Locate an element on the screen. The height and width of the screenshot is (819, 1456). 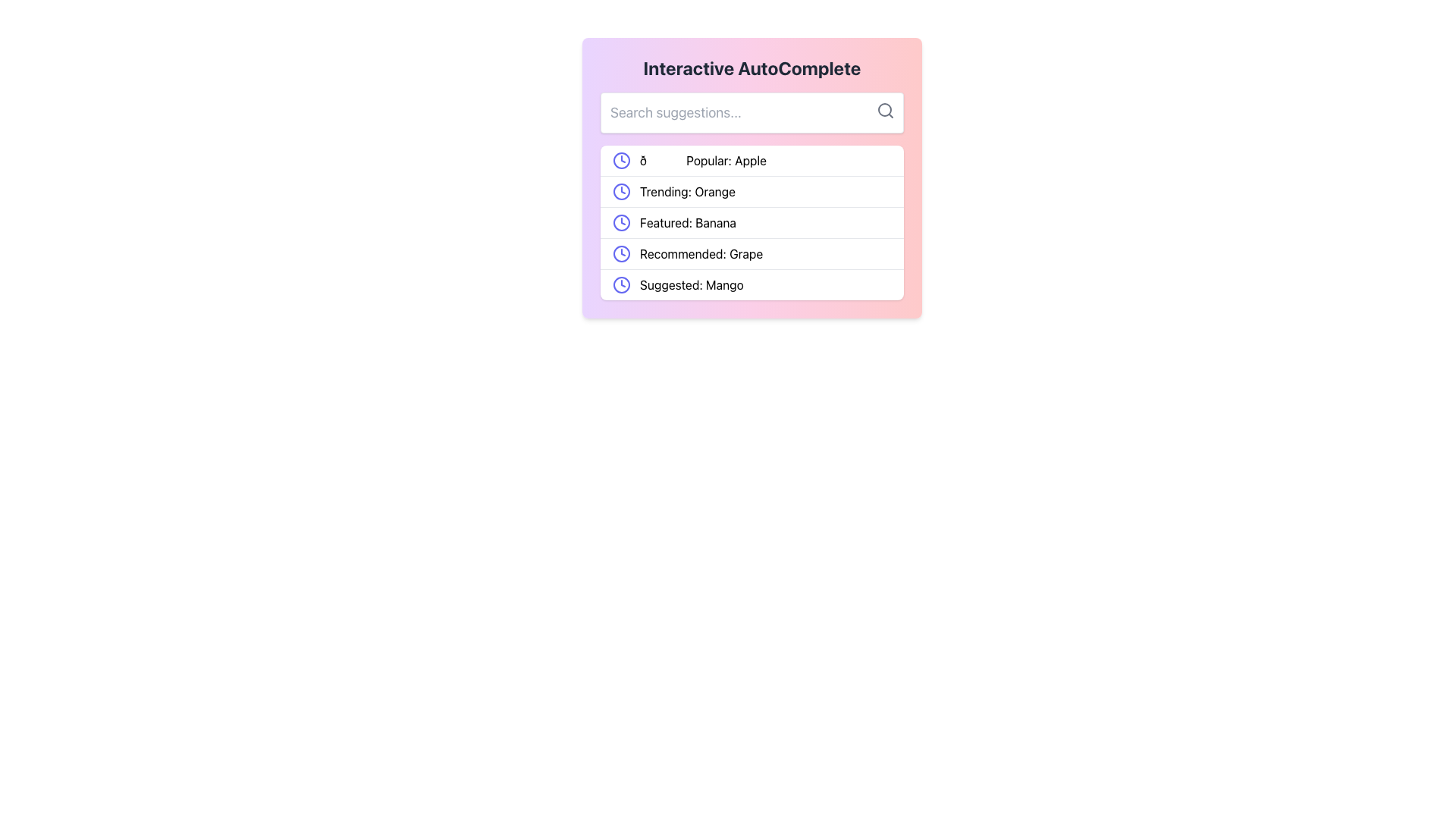
the circular outline of the clock icon located to the left of the text 'Trending: Orange' in the second row of a list of items is located at coordinates (622, 191).